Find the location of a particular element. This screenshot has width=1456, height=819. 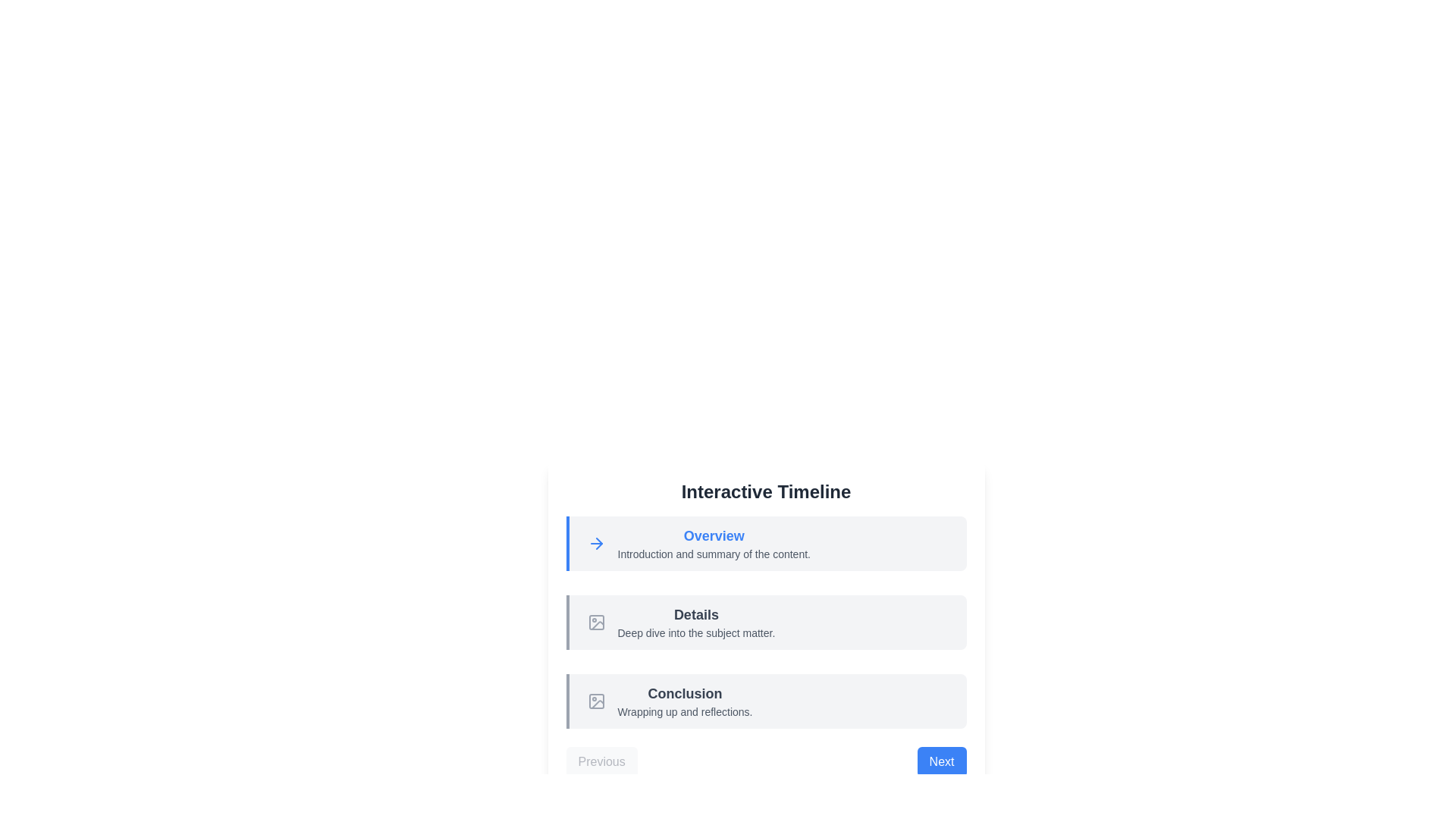

the Next button to navigate the timeline is located at coordinates (941, 762).